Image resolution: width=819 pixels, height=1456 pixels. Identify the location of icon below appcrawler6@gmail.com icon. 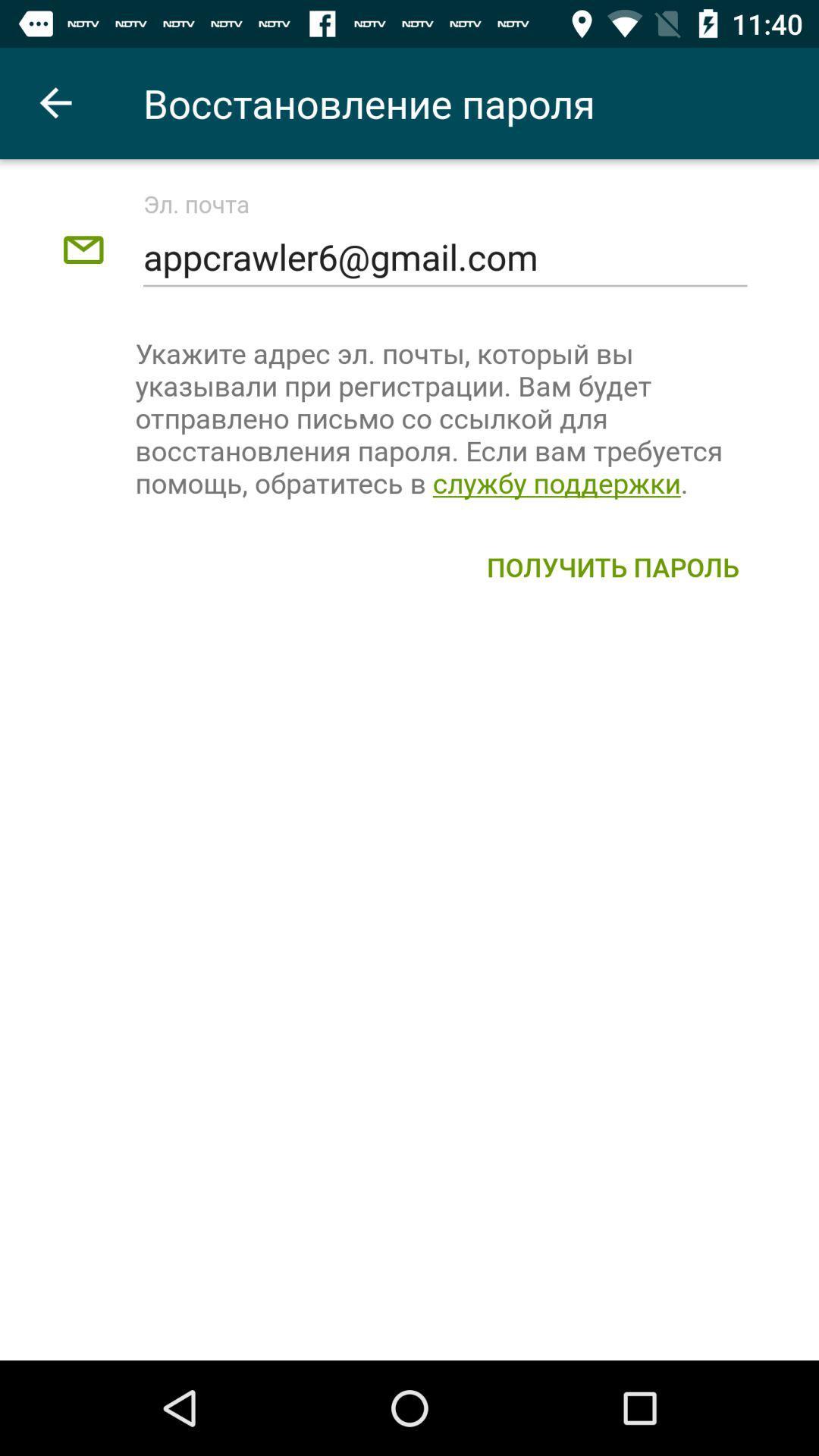
(444, 418).